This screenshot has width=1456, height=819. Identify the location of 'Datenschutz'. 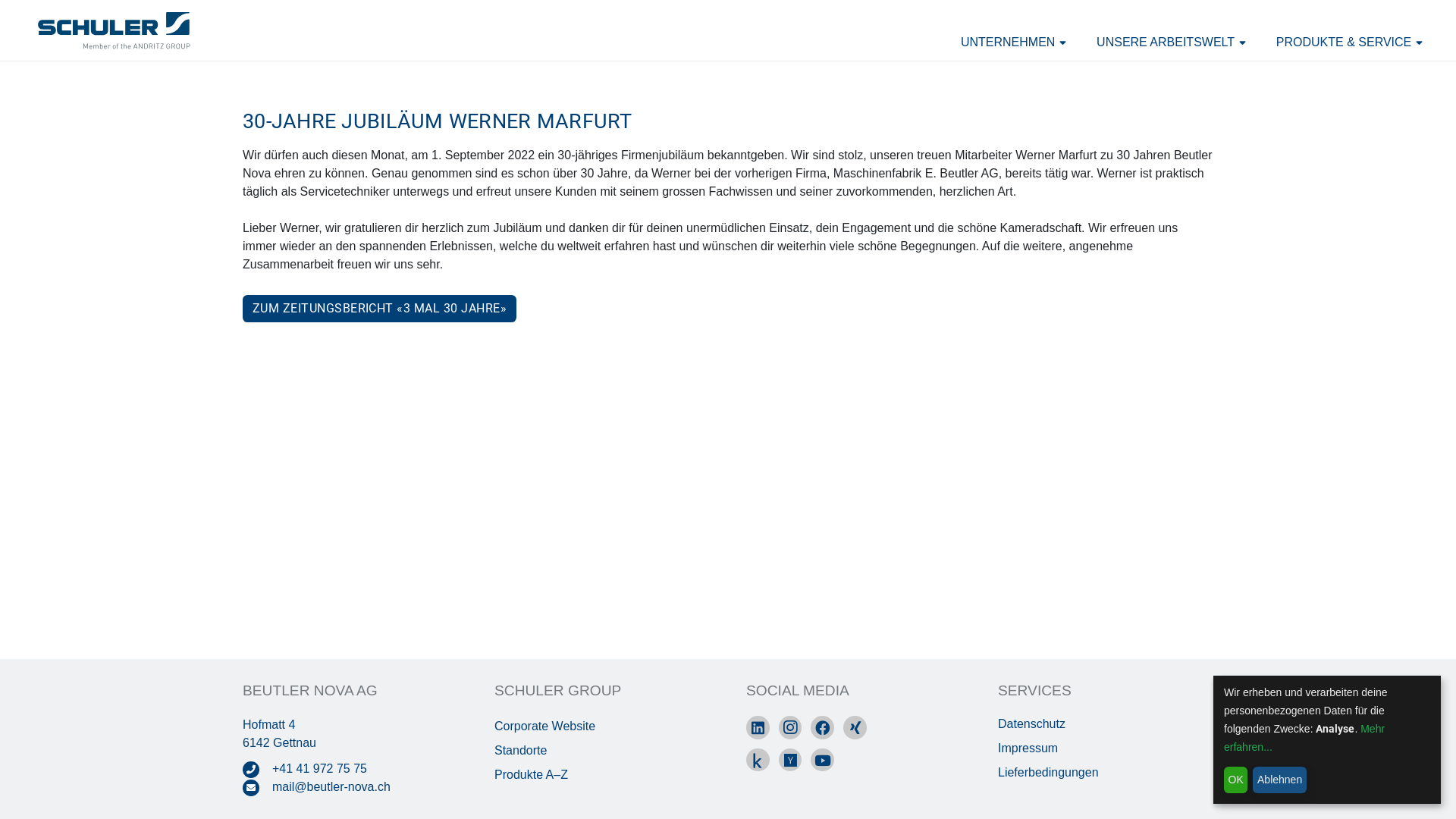
(1031, 723).